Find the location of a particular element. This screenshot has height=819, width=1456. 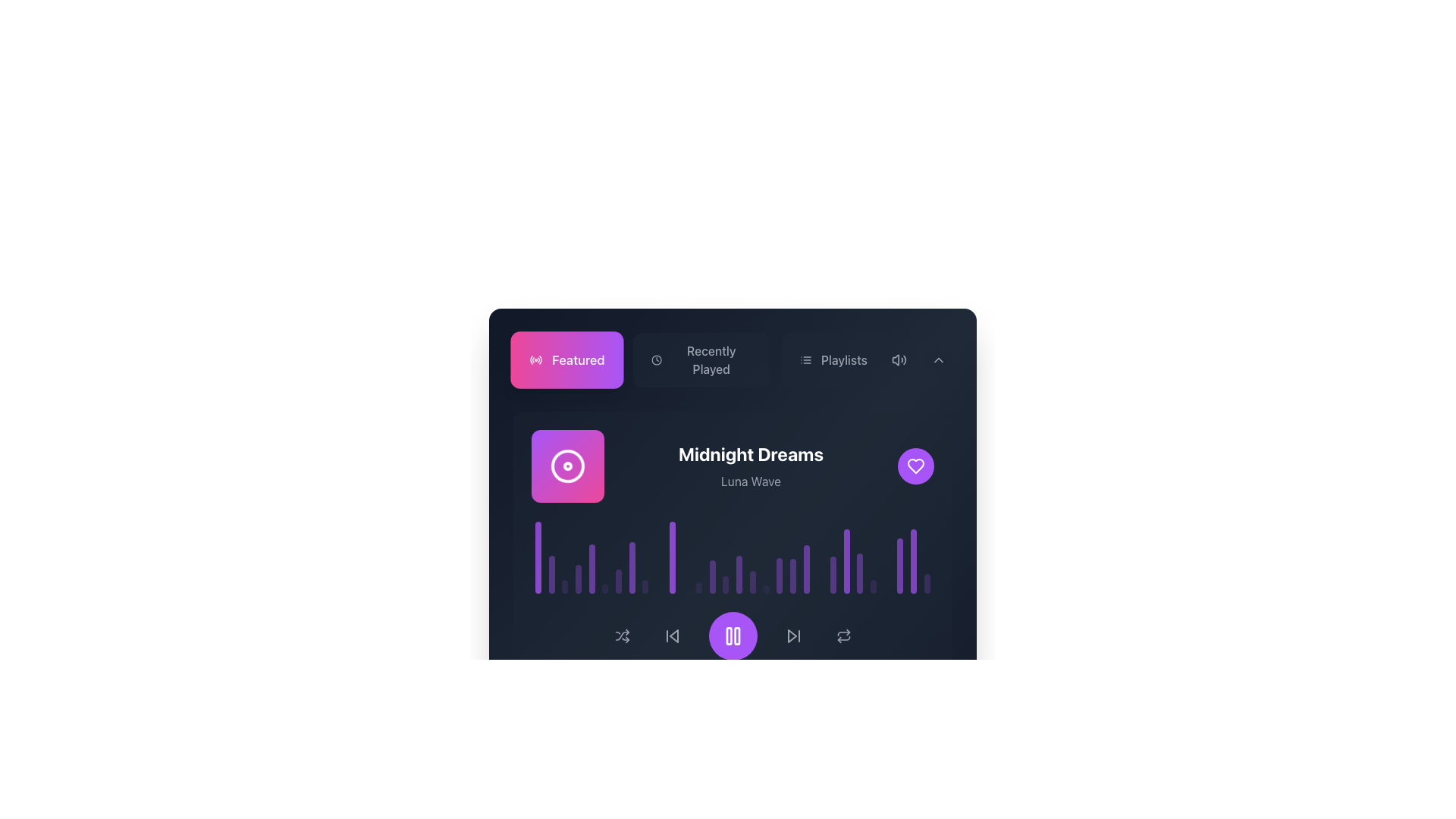

the Animation Icon, which is a circular spinning icon with concentric circles outlined in a gradient from purple to pink, located near the top-left area of the interface is located at coordinates (566, 465).